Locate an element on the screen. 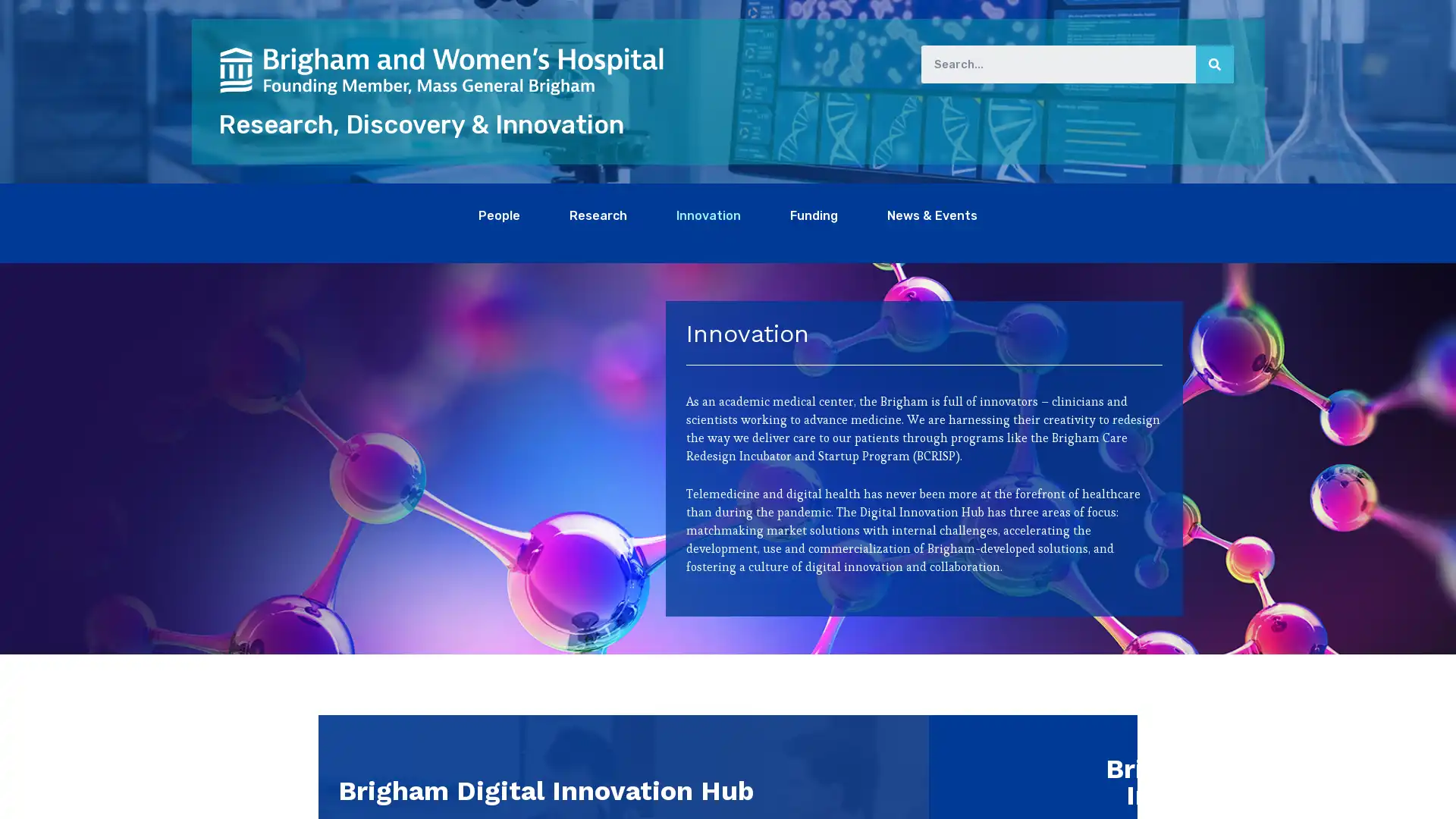  Search is located at coordinates (1214, 63).